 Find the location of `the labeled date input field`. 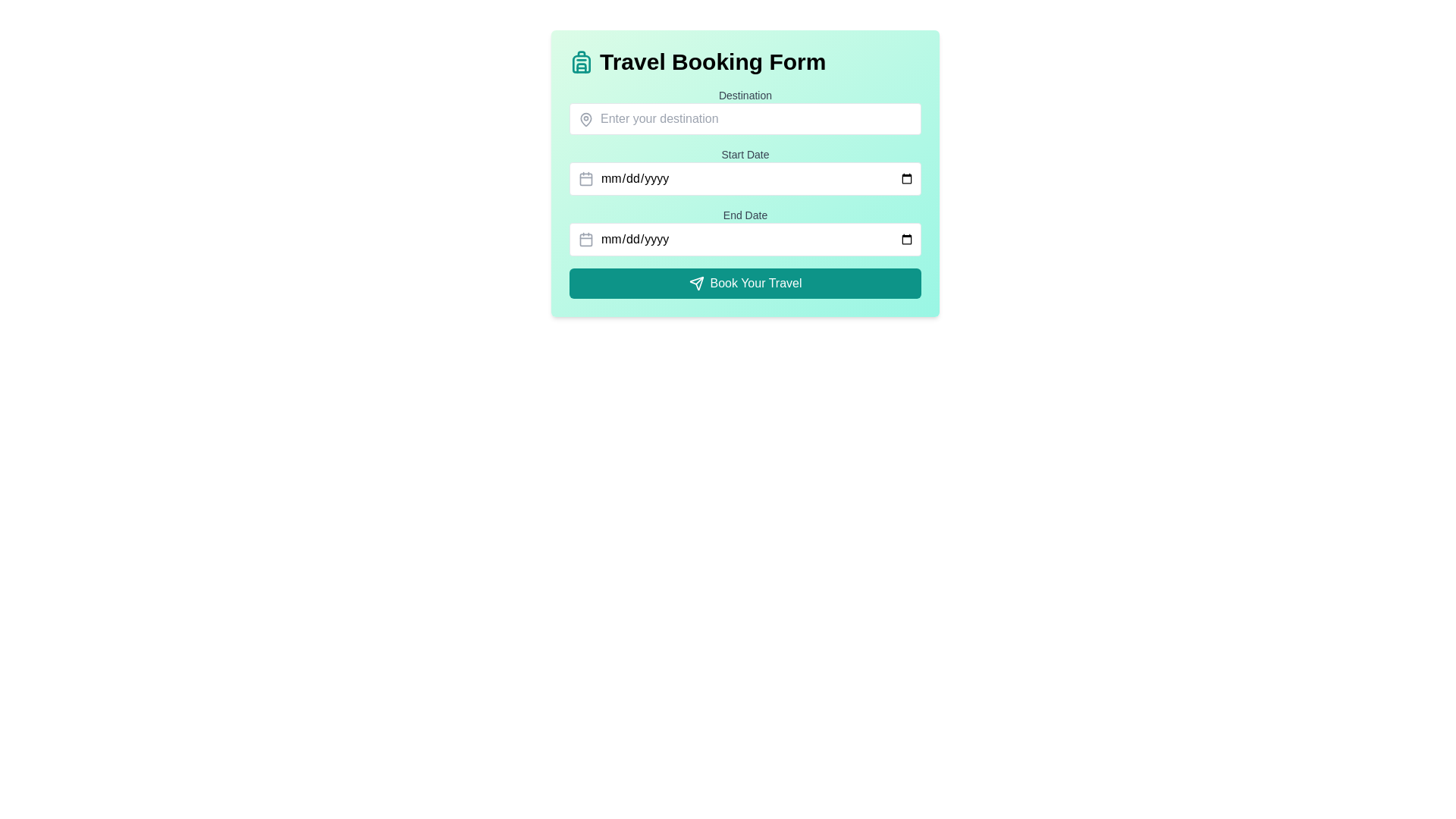

the labeled date input field is located at coordinates (745, 171).